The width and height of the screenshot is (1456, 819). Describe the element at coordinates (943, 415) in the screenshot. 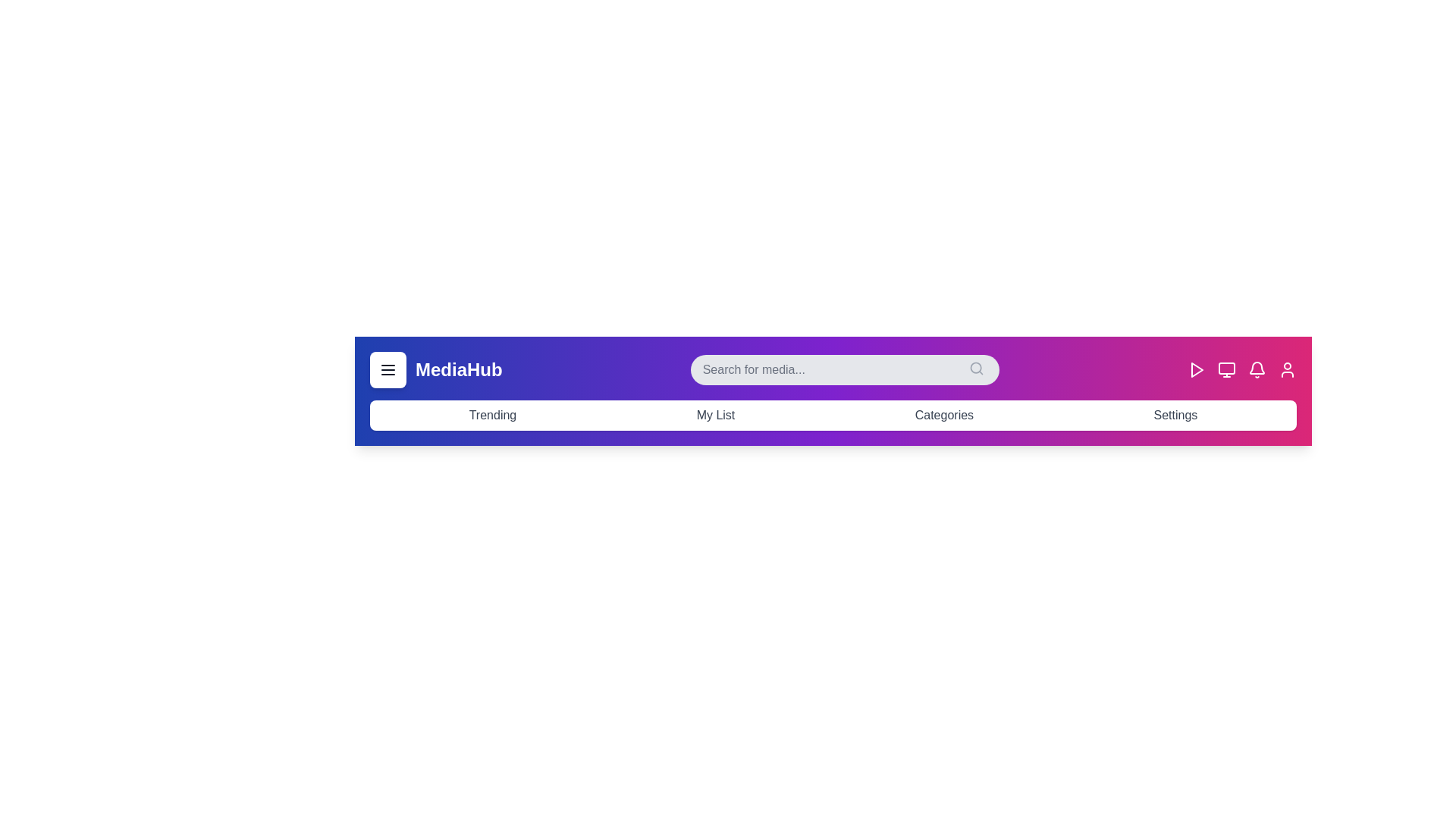

I see `the navigation menu item Categories` at that location.